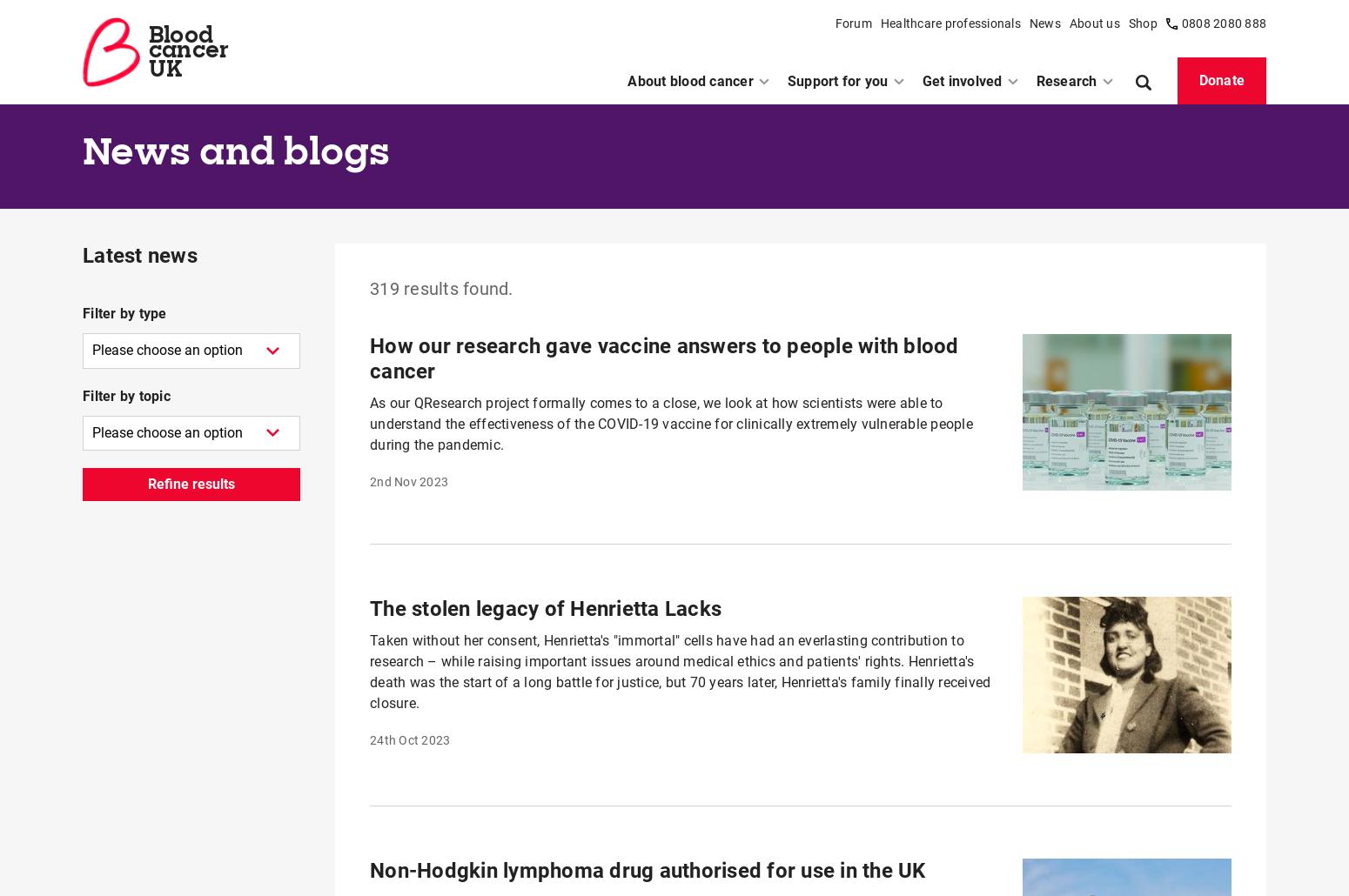  What do you see at coordinates (670, 204) in the screenshot?
I see `'"The dark times can be overcome by anyone" – David's running epiphany'` at bounding box center [670, 204].